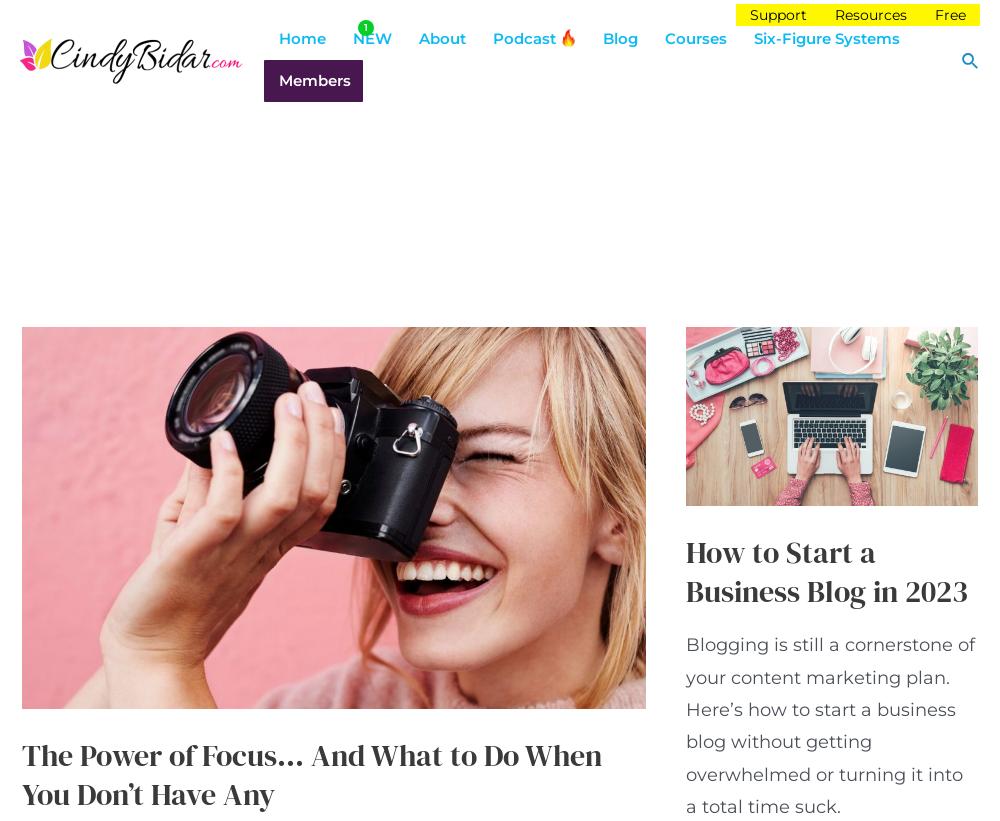 This screenshot has width=1000, height=821. I want to click on 'Six-Figure Systems', so click(754, 37).